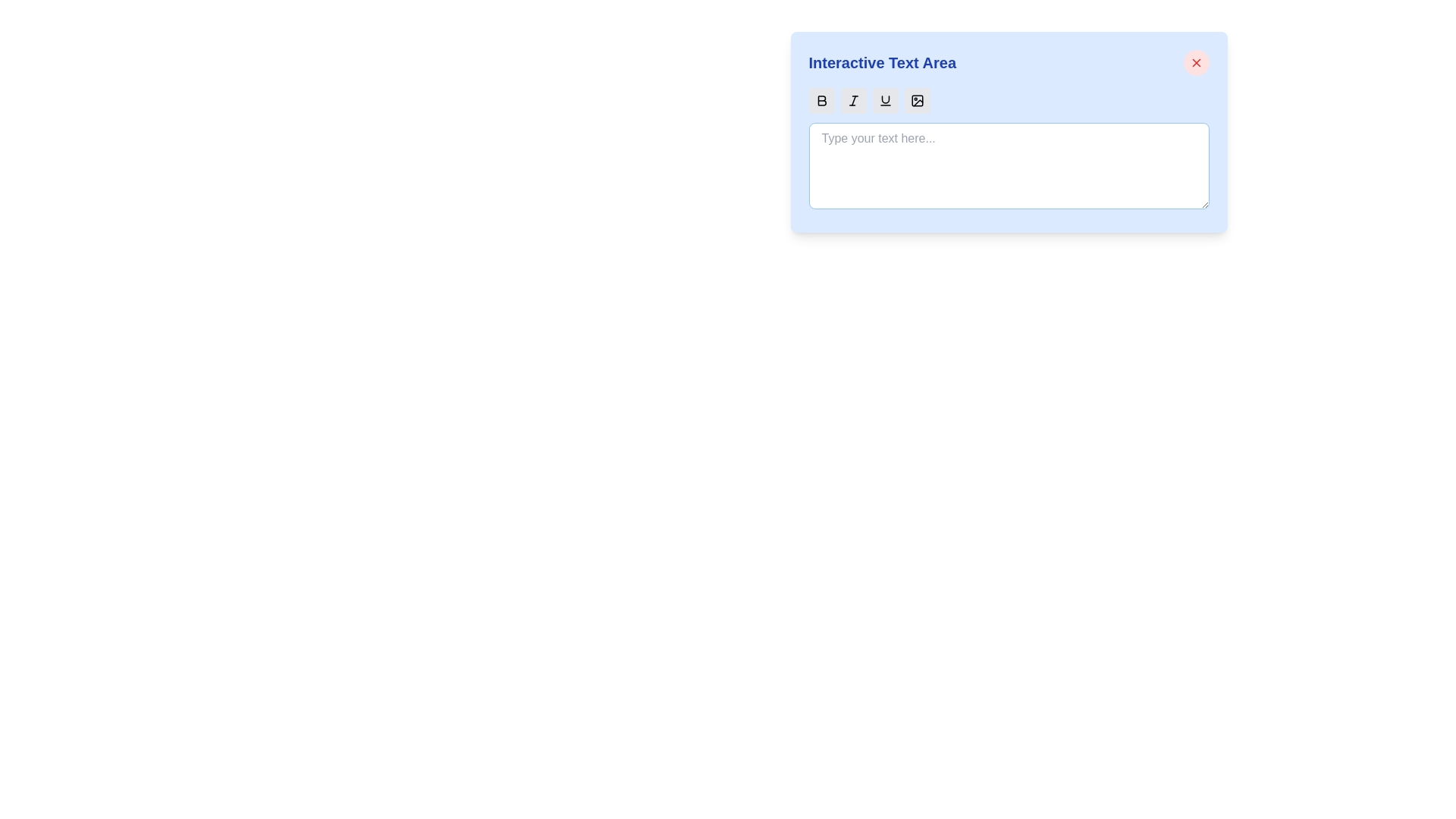 The width and height of the screenshot is (1456, 819). Describe the element at coordinates (821, 100) in the screenshot. I see `the first icon button in the toolbar that toggles bold formatting for text to potentially see a tooltip with its functionality description` at that location.